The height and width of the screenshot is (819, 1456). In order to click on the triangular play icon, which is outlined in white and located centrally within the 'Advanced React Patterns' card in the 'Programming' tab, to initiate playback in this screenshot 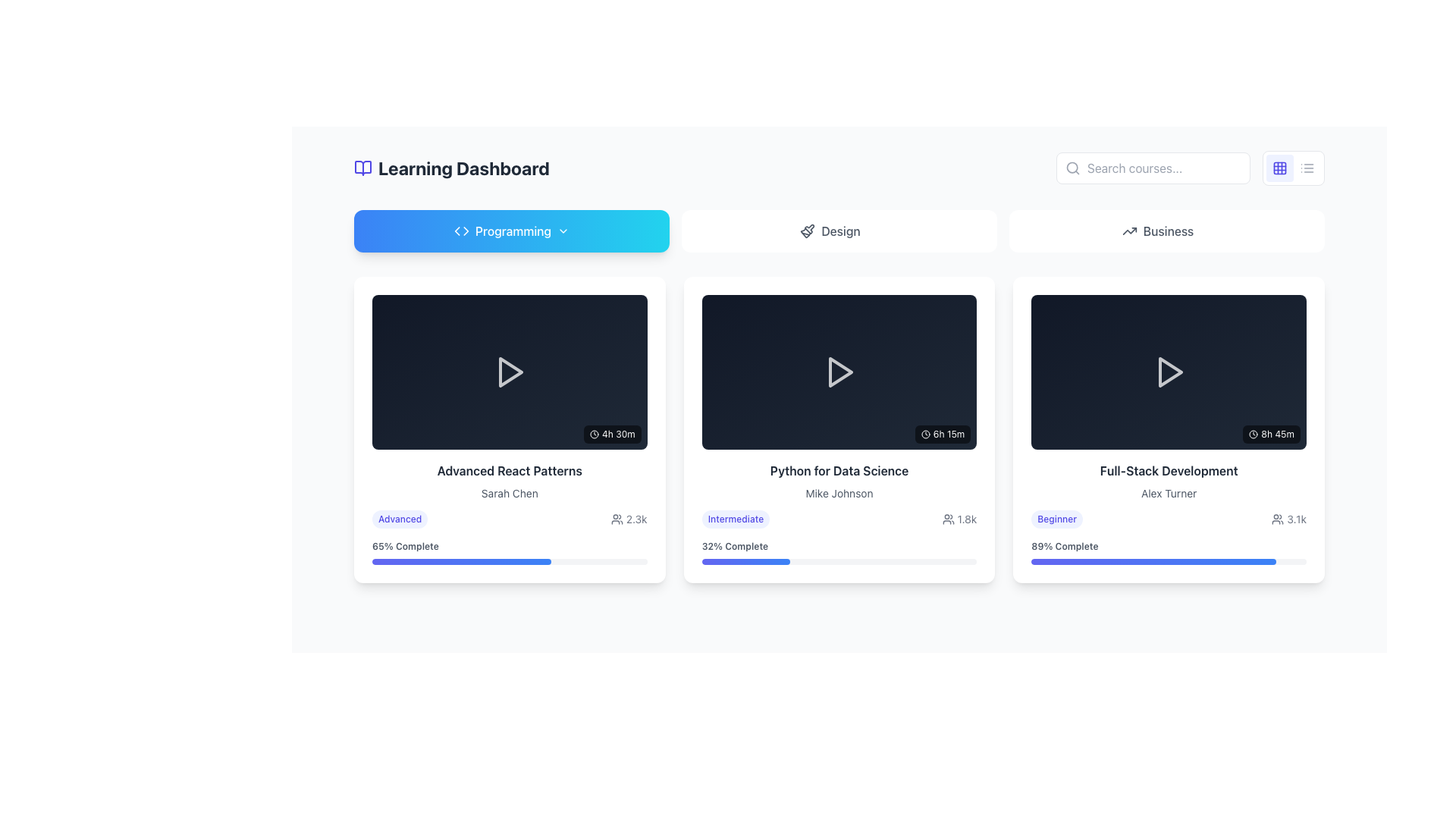, I will do `click(510, 372)`.